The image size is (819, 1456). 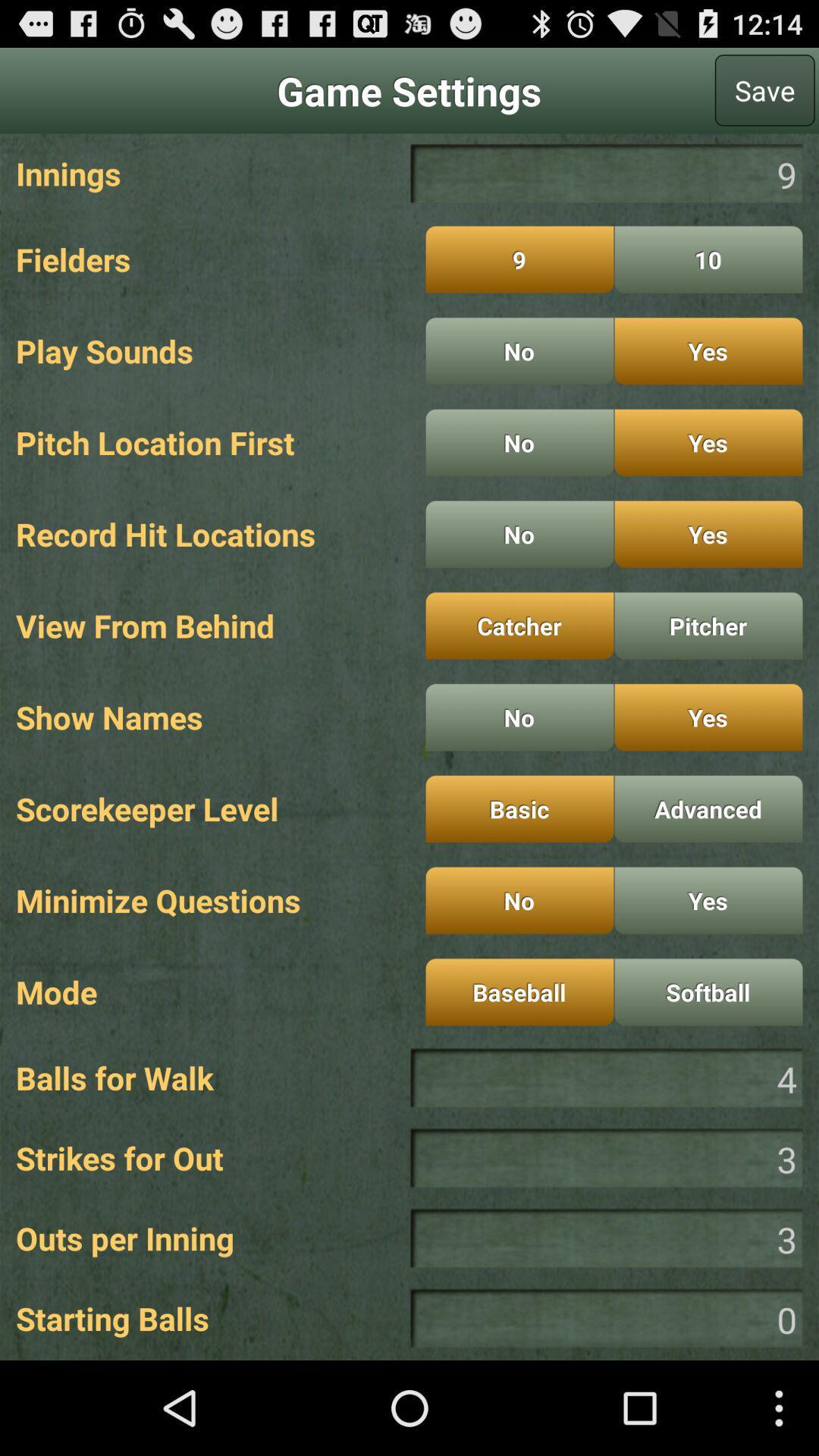 What do you see at coordinates (519, 534) in the screenshot?
I see `the no button which is next to the the record hit locations text` at bounding box center [519, 534].